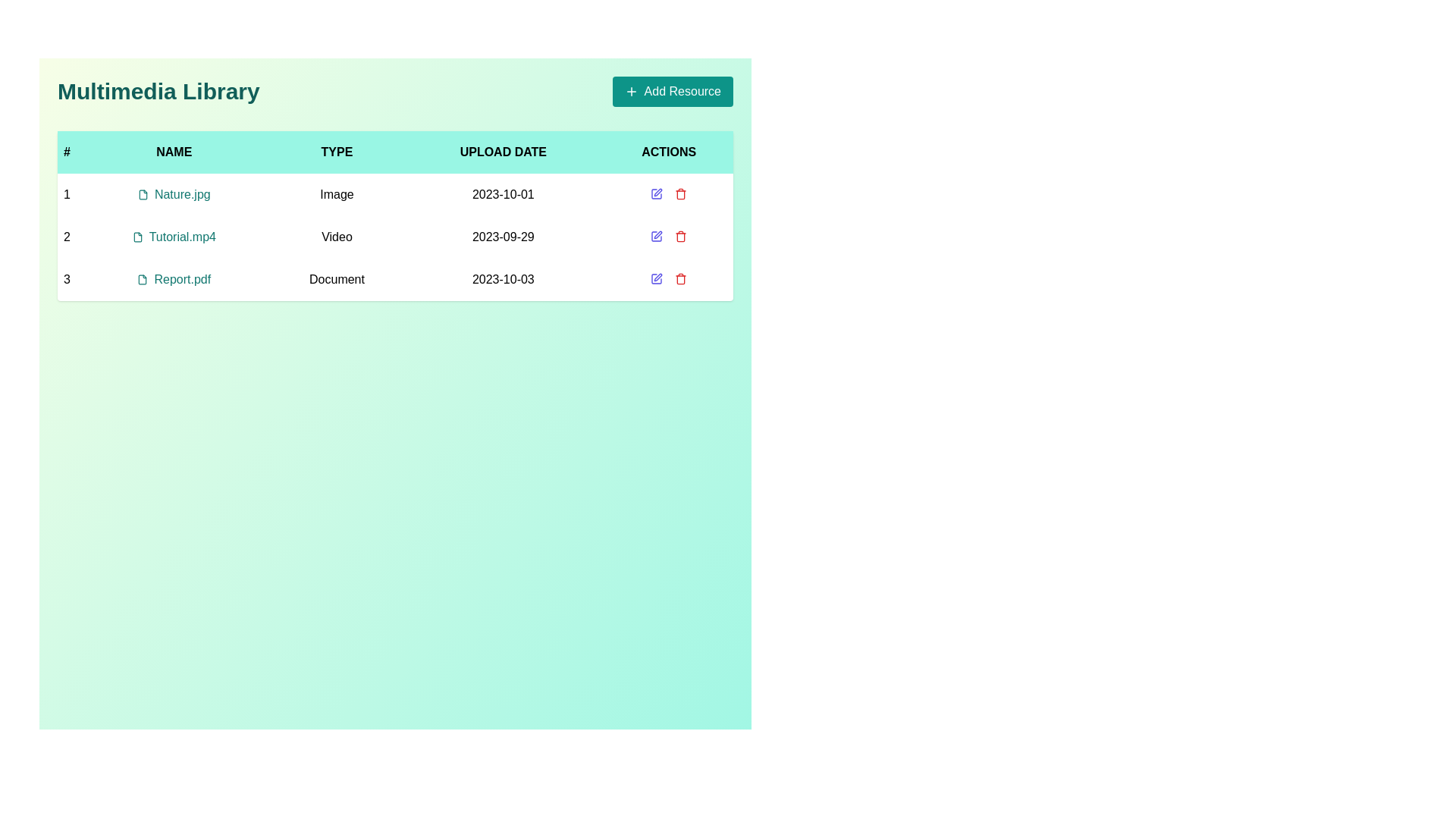 The height and width of the screenshot is (819, 1456). I want to click on the edit icon in the control group located at the rightmost part of the second row under the 'Actions' column to modify the row data for 'Tutorial.mp4 Video 2023-09-29', so click(668, 237).